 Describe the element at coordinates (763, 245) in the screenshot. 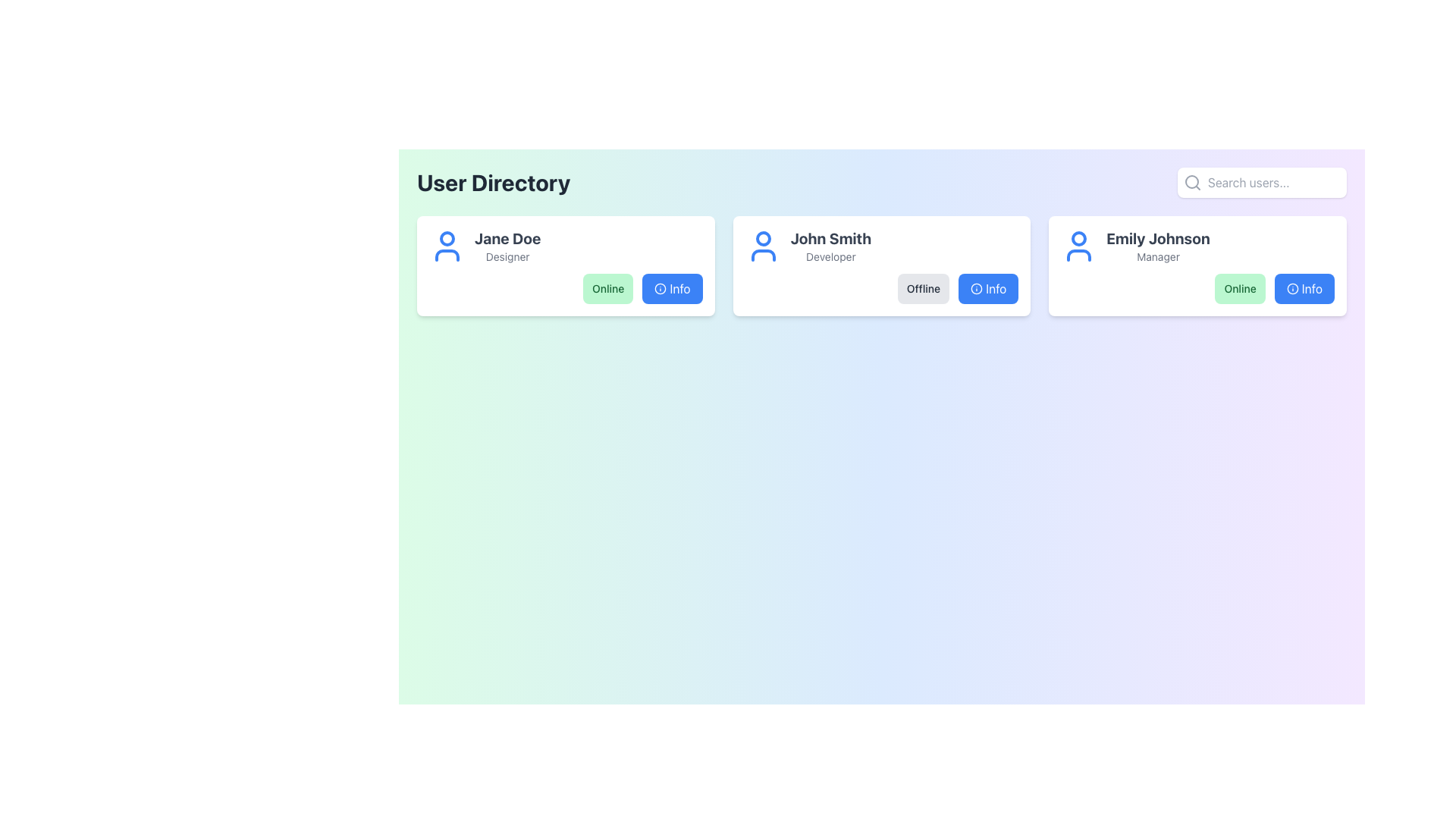

I see `the blue line-drawn person icon representing John Smith, located in the upper-left section of the card above the text 'John Smith' and 'Developer'` at that location.